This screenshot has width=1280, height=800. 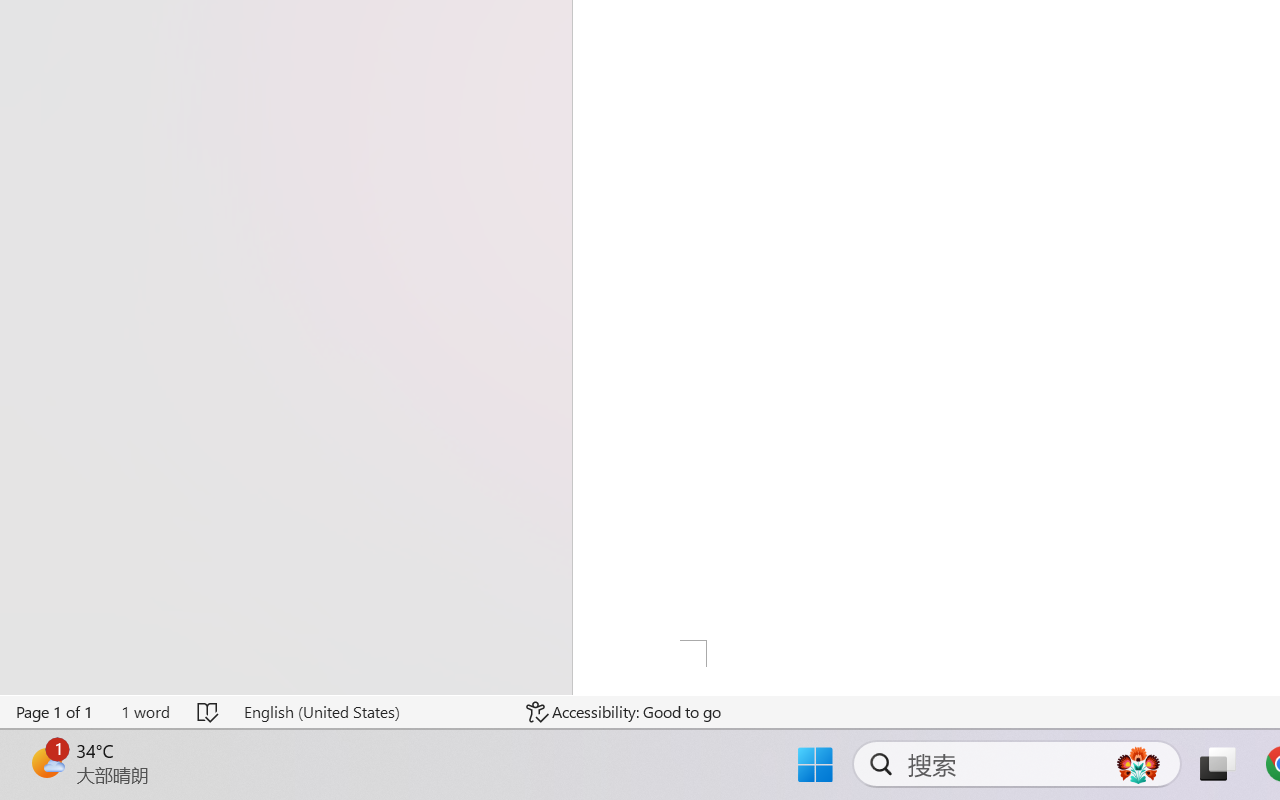 I want to click on 'Accessibility Checker Accessibility: Good to go', so click(x=623, y=711).